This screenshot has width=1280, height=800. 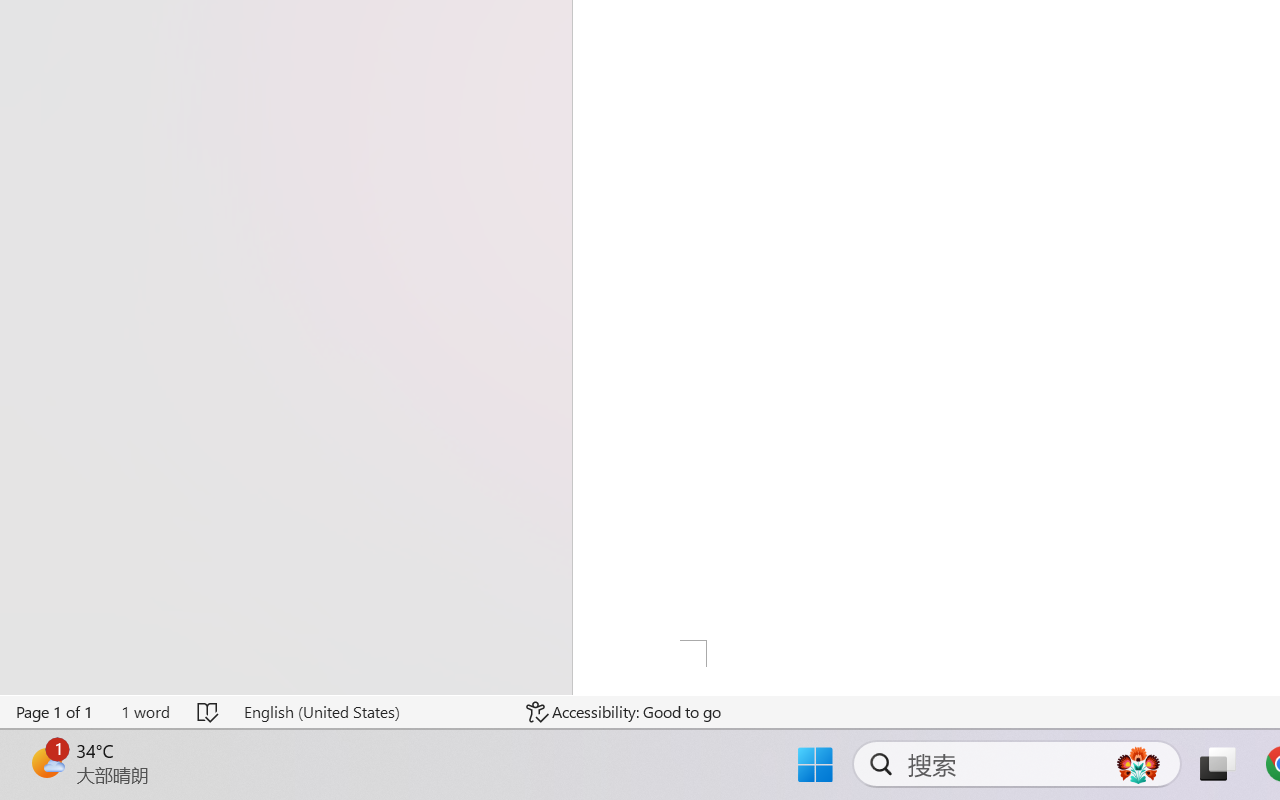 I want to click on 'Accessibility Checker Accessibility: Good to go', so click(x=623, y=711).